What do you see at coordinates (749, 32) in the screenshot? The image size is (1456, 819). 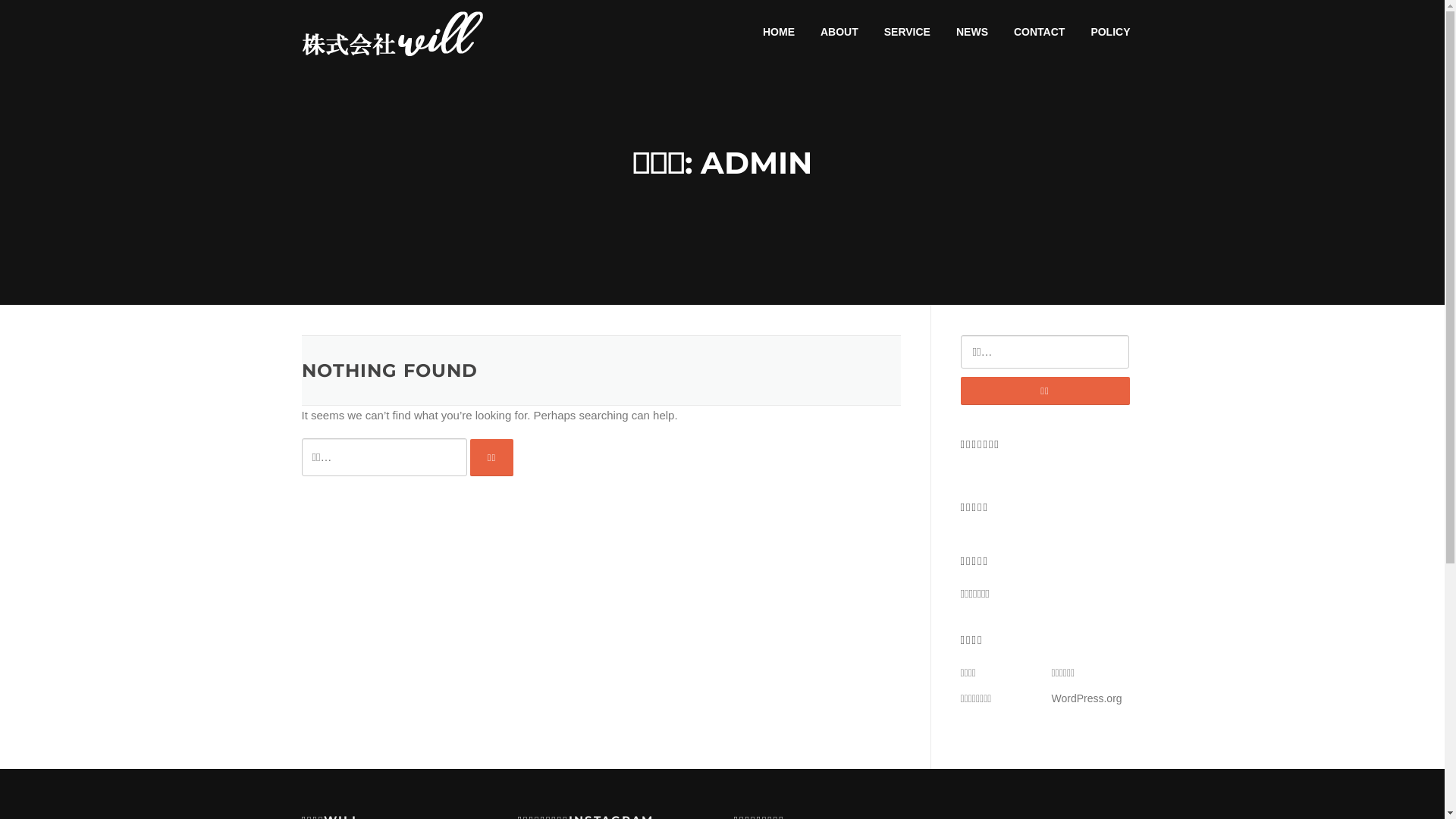 I see `'HOME'` at bounding box center [749, 32].